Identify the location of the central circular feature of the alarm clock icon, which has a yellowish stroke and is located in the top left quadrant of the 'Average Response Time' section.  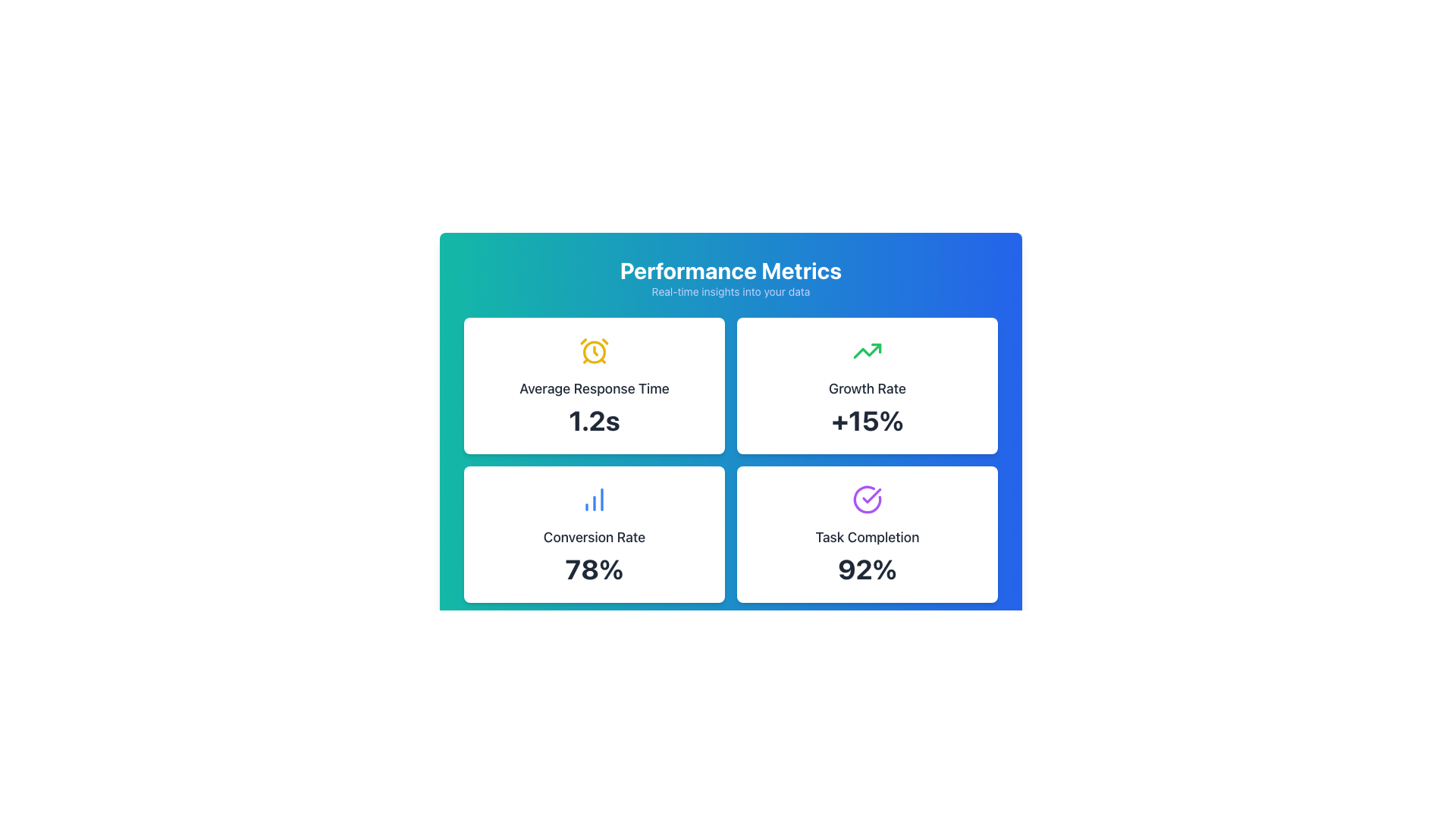
(593, 351).